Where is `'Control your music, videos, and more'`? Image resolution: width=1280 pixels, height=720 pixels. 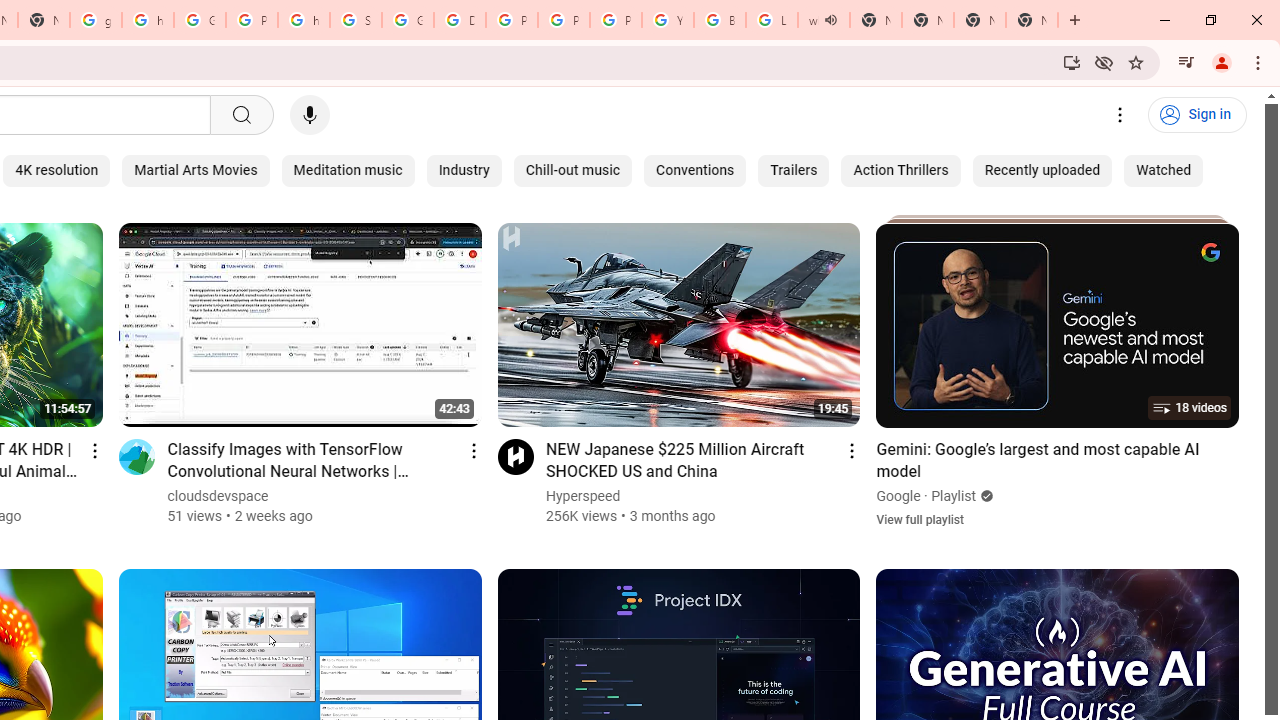
'Control your music, videos, and more' is located at coordinates (1185, 61).